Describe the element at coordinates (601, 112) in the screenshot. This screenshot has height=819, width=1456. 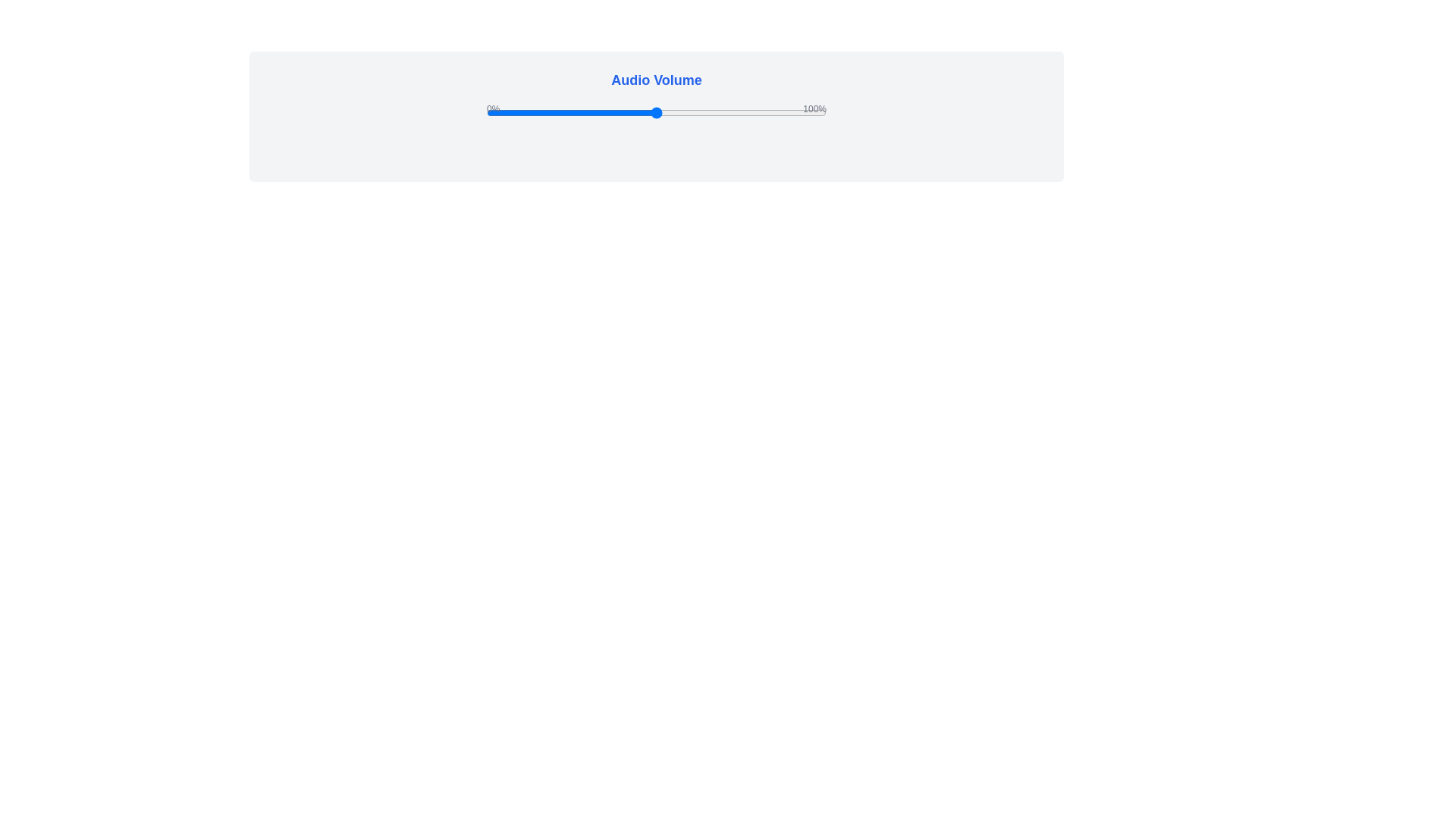
I see `the volume` at that location.